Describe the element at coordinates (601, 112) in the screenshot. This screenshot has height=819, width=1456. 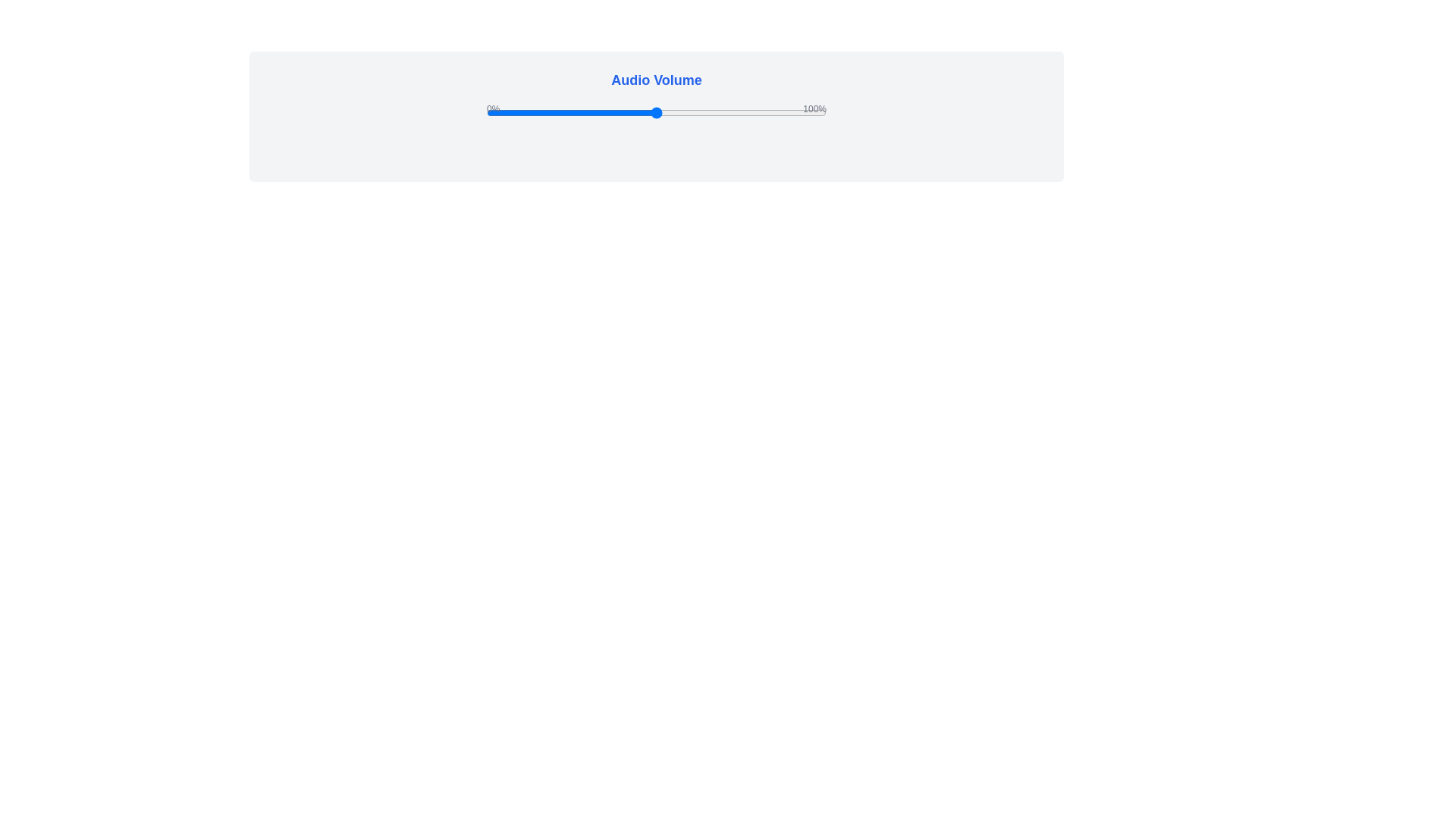
I see `the volume` at that location.